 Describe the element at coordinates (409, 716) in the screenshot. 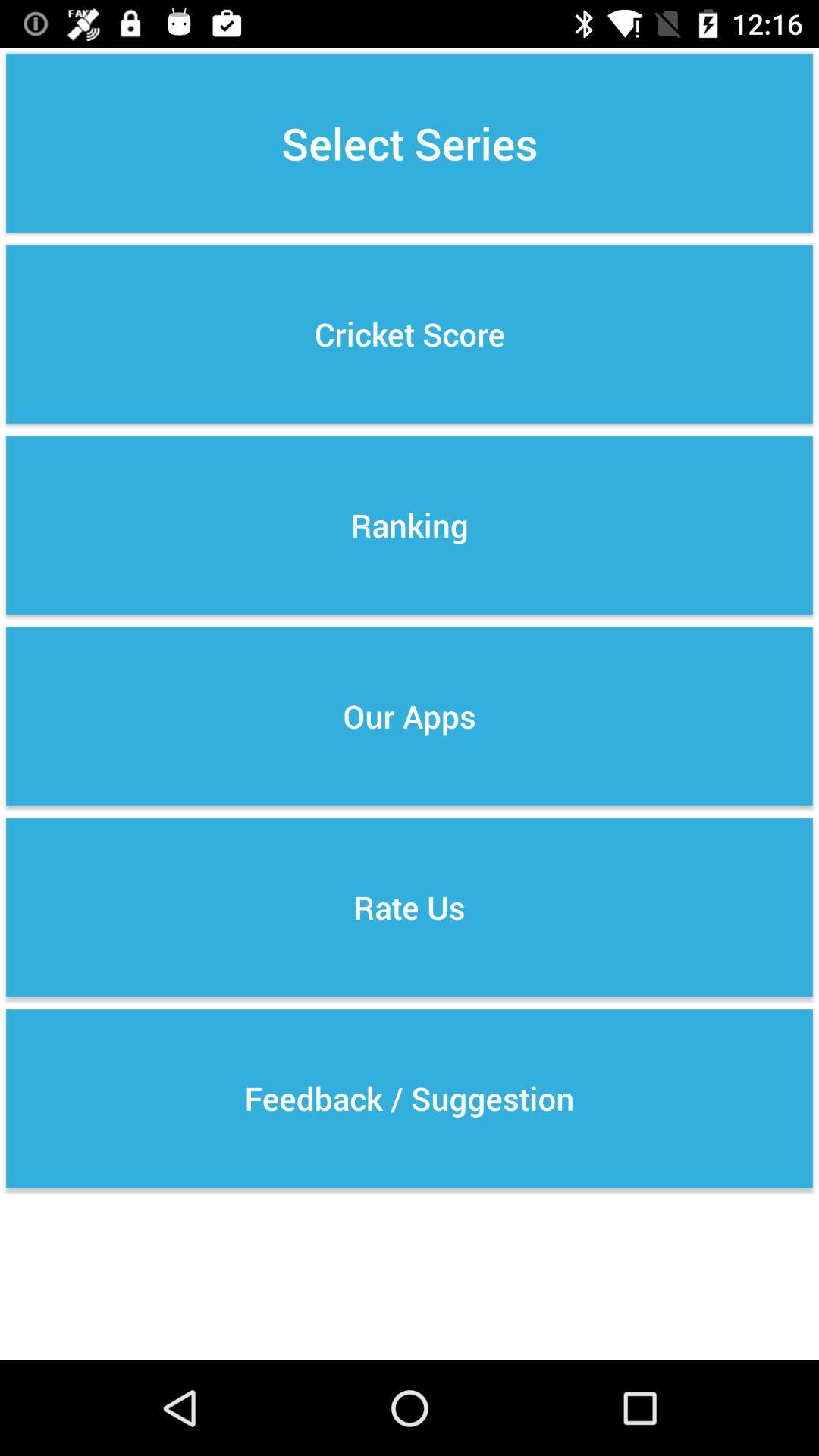

I see `item above rate us icon` at that location.